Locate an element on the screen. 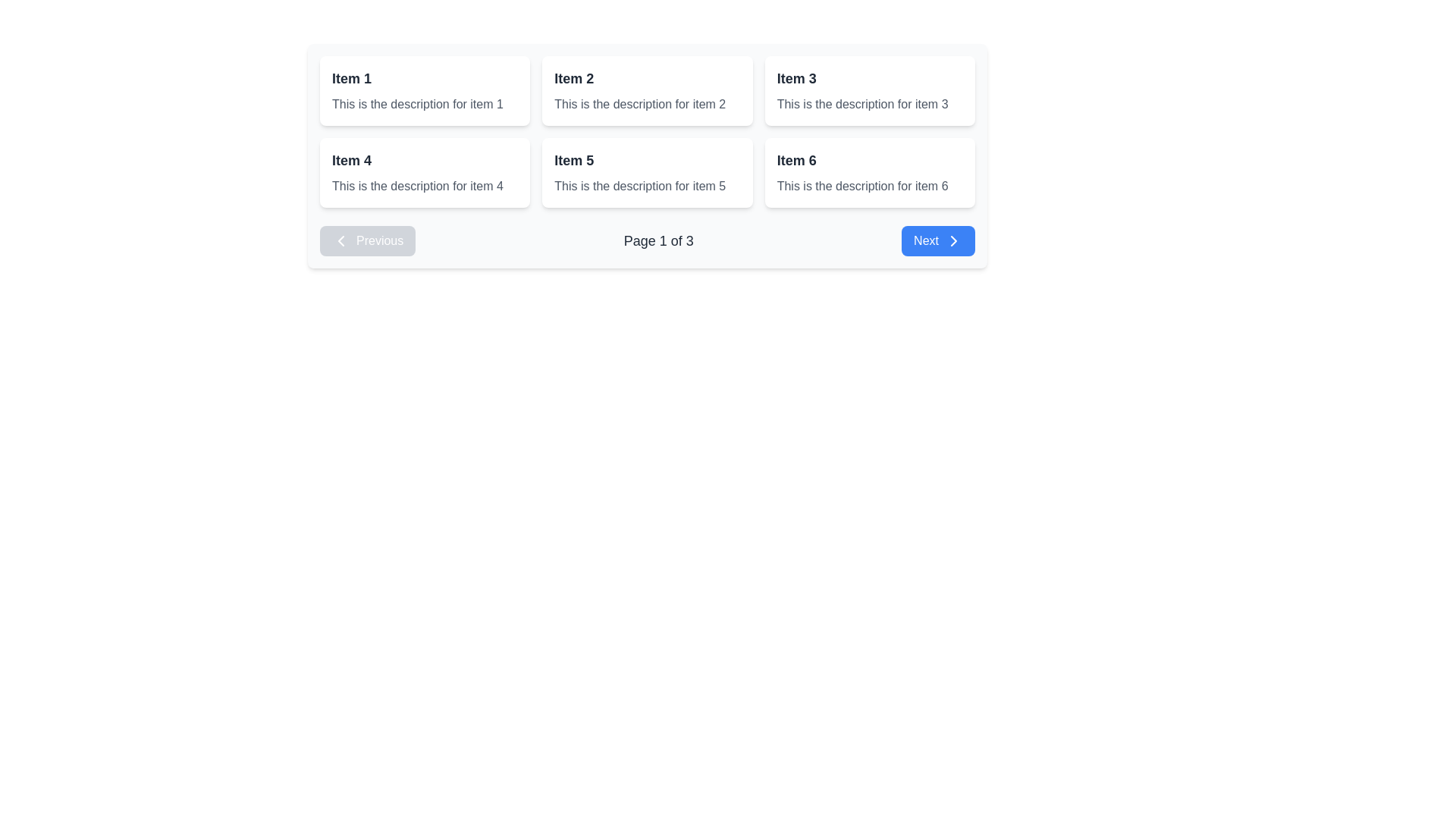  the descriptive text element related to the title 'Item 3' within the 'Item 3' card, positioned below the header text is located at coordinates (862, 104).